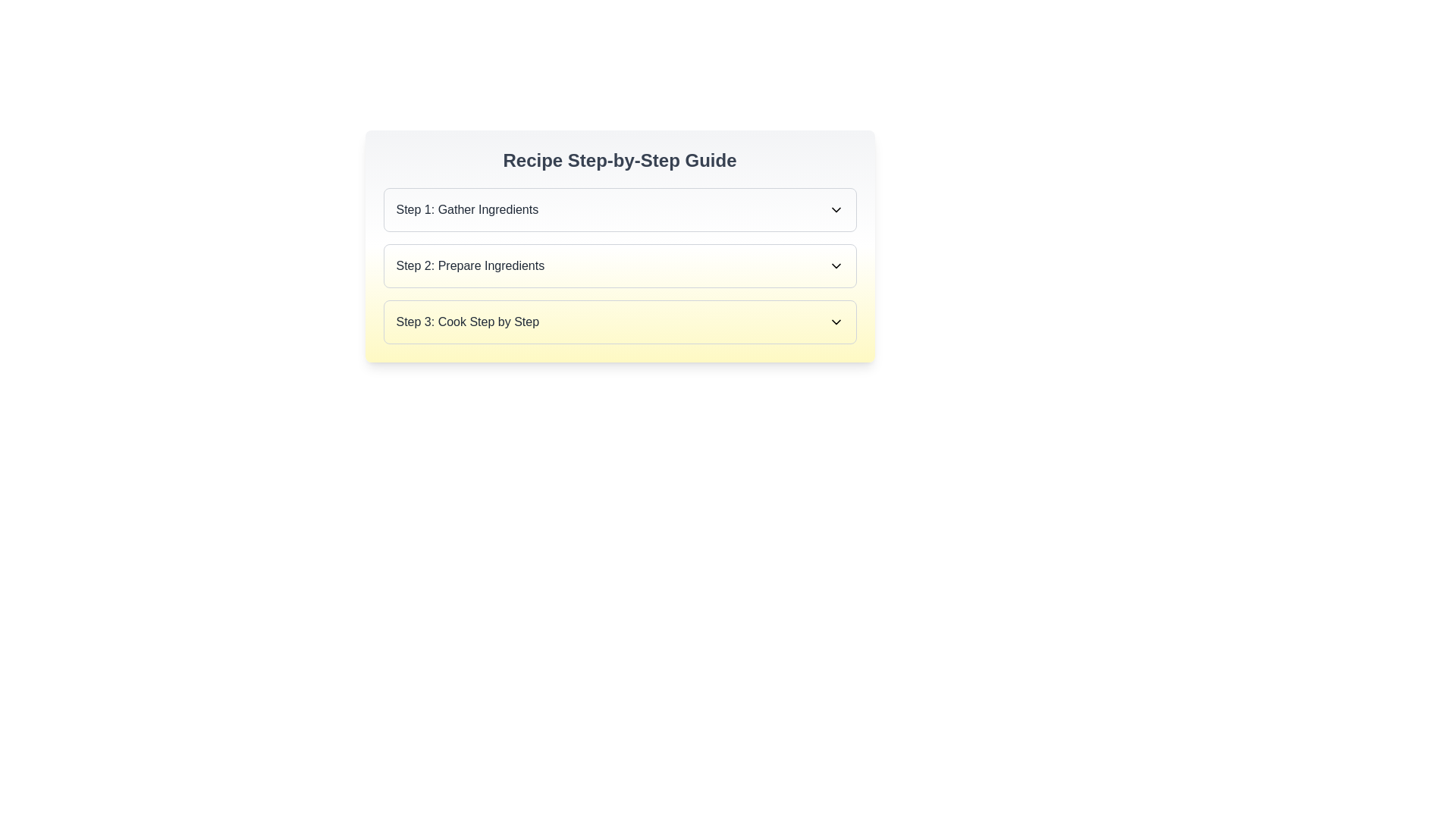 The image size is (1456, 819). What do you see at coordinates (620, 210) in the screenshot?
I see `the collapsible list item labeled 'Step 1: Gather Ingredients'` at bounding box center [620, 210].